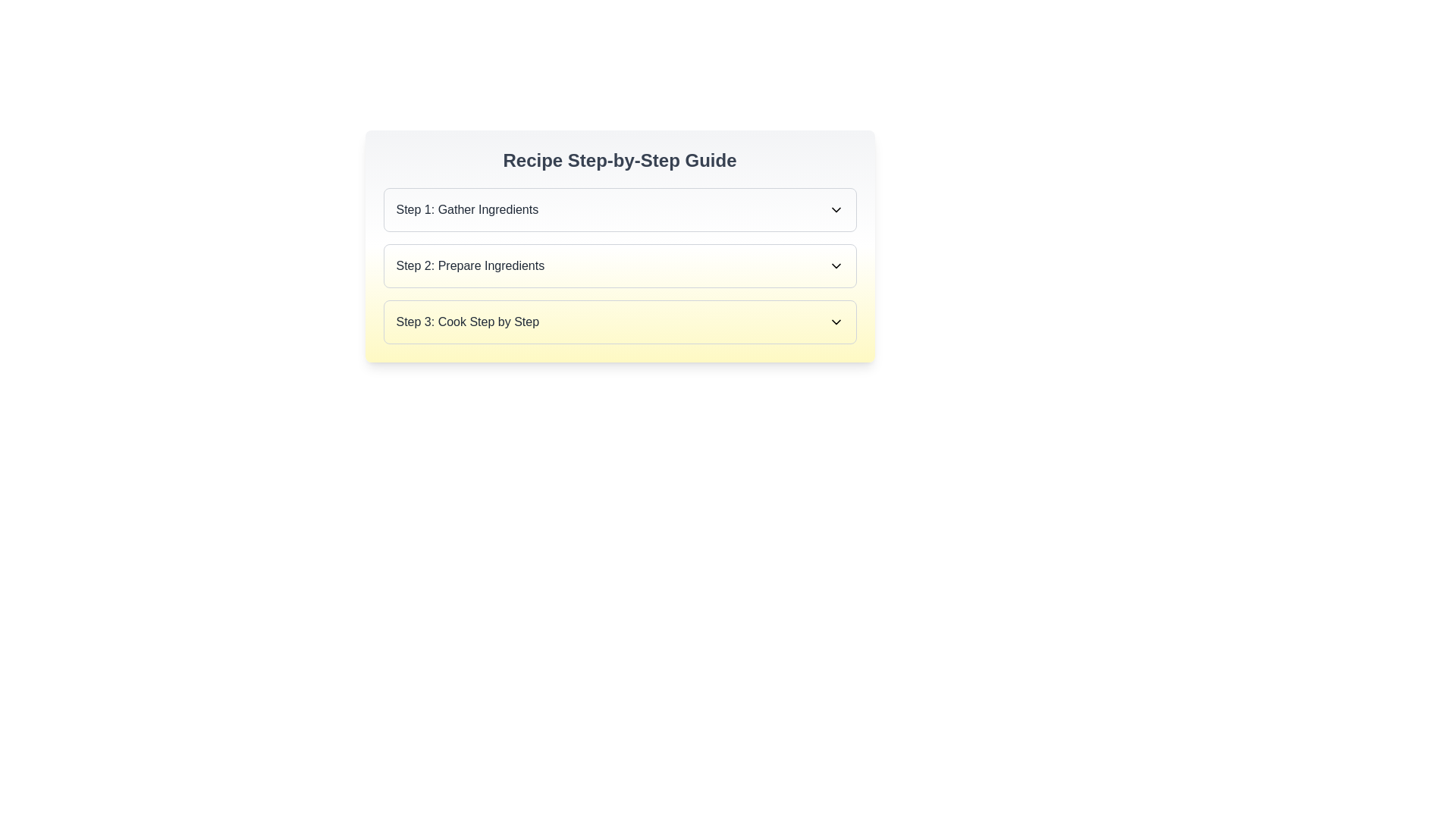 The image size is (1456, 819). What do you see at coordinates (620, 210) in the screenshot?
I see `the collapsible list item labeled 'Step 1: Gather Ingredients'` at bounding box center [620, 210].